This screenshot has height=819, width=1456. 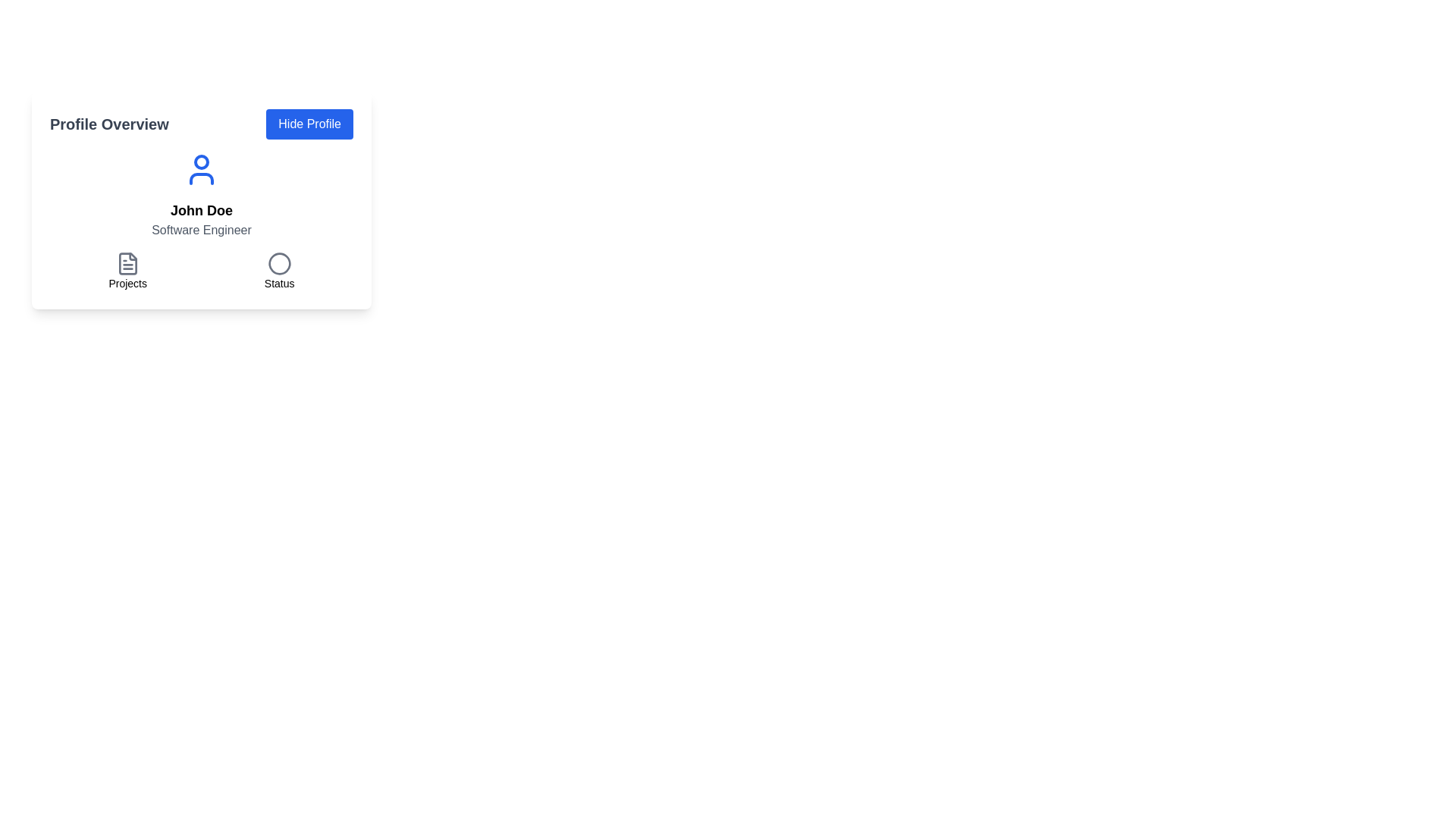 I want to click on the name display field that is located below the user avatar icon and above the role description 'Software Engineer' within the profile overview card, so click(x=200, y=210).